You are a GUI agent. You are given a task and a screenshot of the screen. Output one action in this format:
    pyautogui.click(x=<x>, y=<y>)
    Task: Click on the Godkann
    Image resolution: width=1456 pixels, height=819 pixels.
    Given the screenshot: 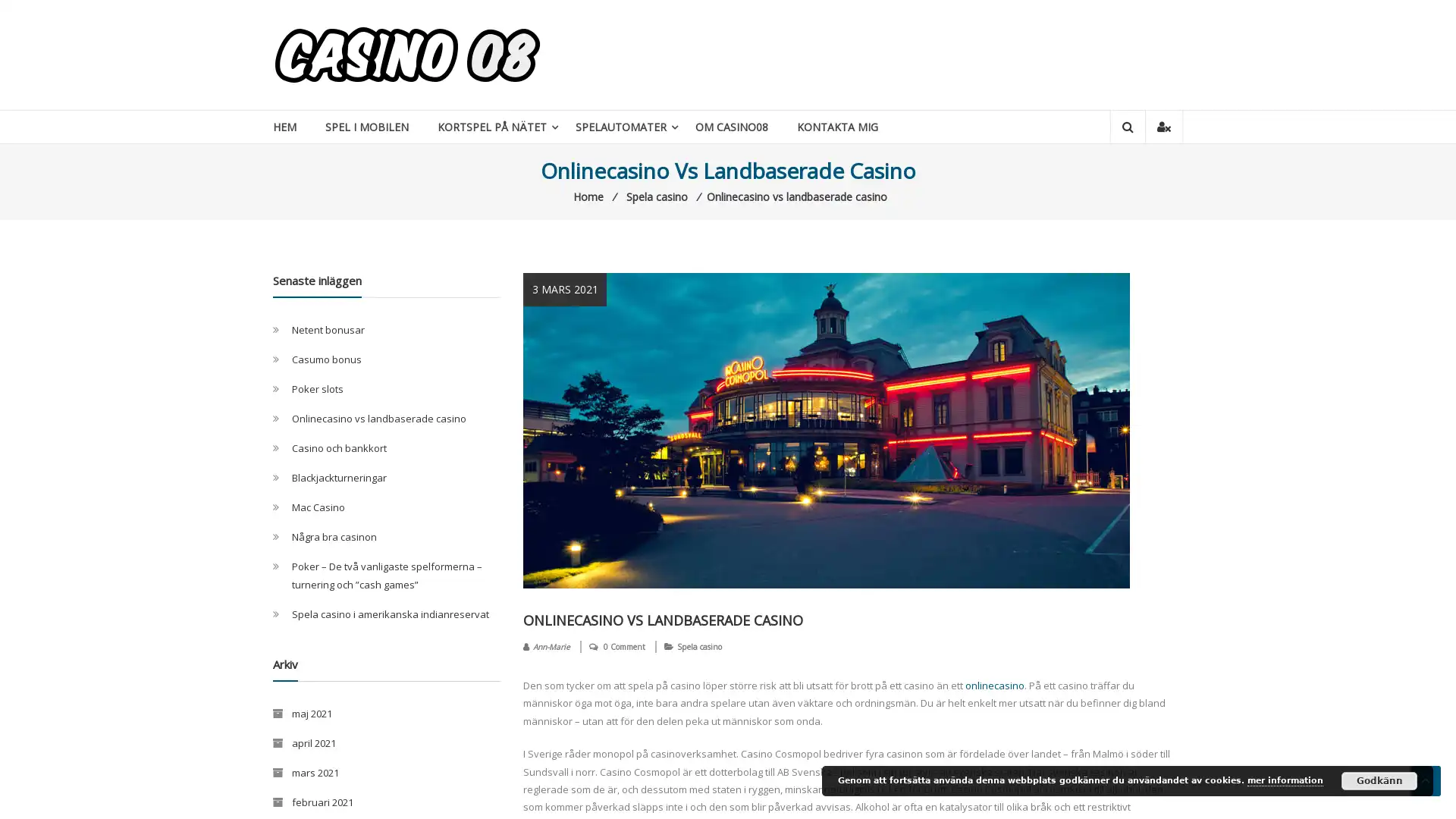 What is the action you would take?
    pyautogui.click(x=1379, y=780)
    